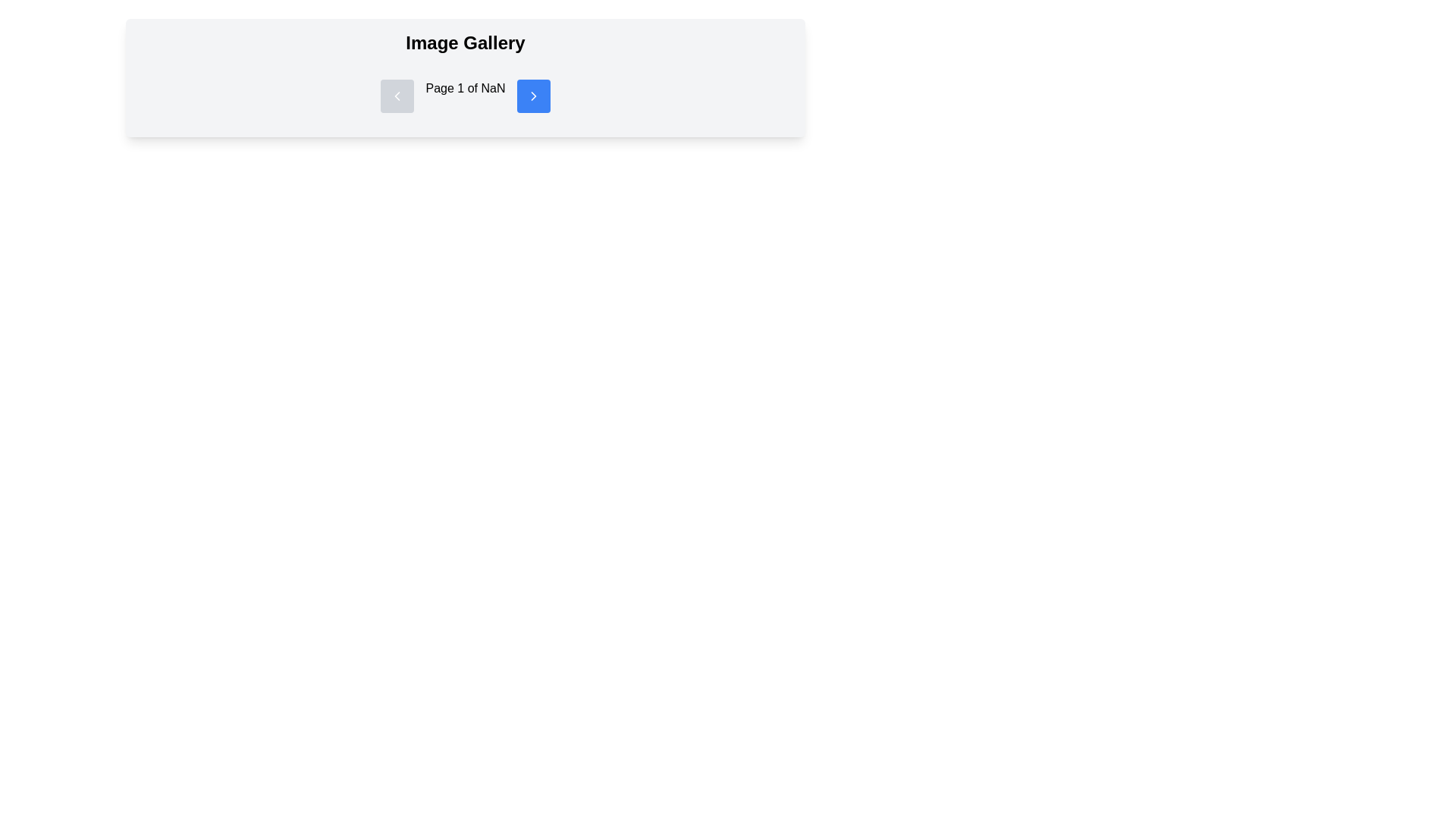 The width and height of the screenshot is (1456, 819). What do you see at coordinates (465, 96) in the screenshot?
I see `the Text Label indicating the current page index and total number of pages within the Image Gallery navigation bar` at bounding box center [465, 96].